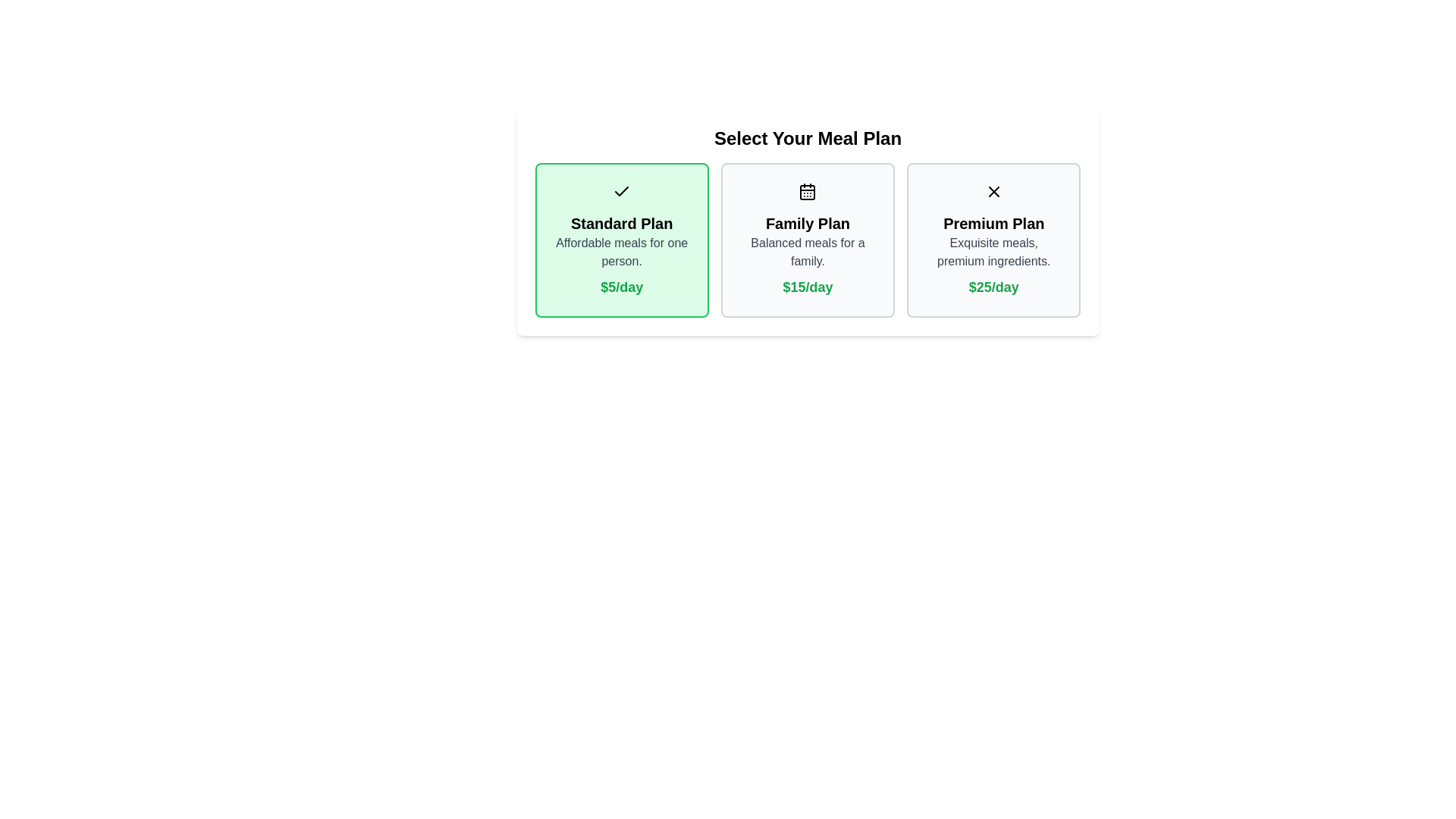  Describe the element at coordinates (807, 287) in the screenshot. I see `pricing text '$15/day' displayed in bold green font at the bottom of the 'Family Plan' card, which is the middle card among three plan offerings` at that location.